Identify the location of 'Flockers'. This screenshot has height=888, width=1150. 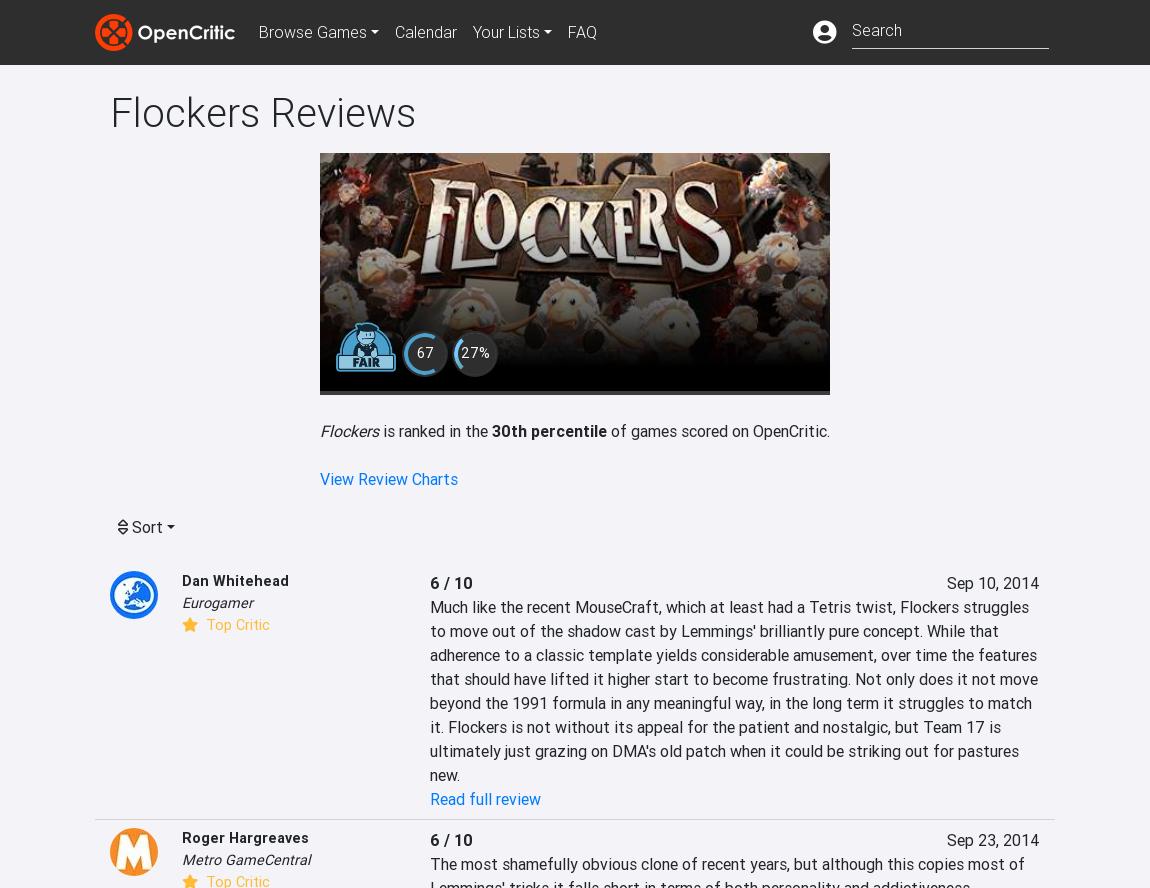
(349, 430).